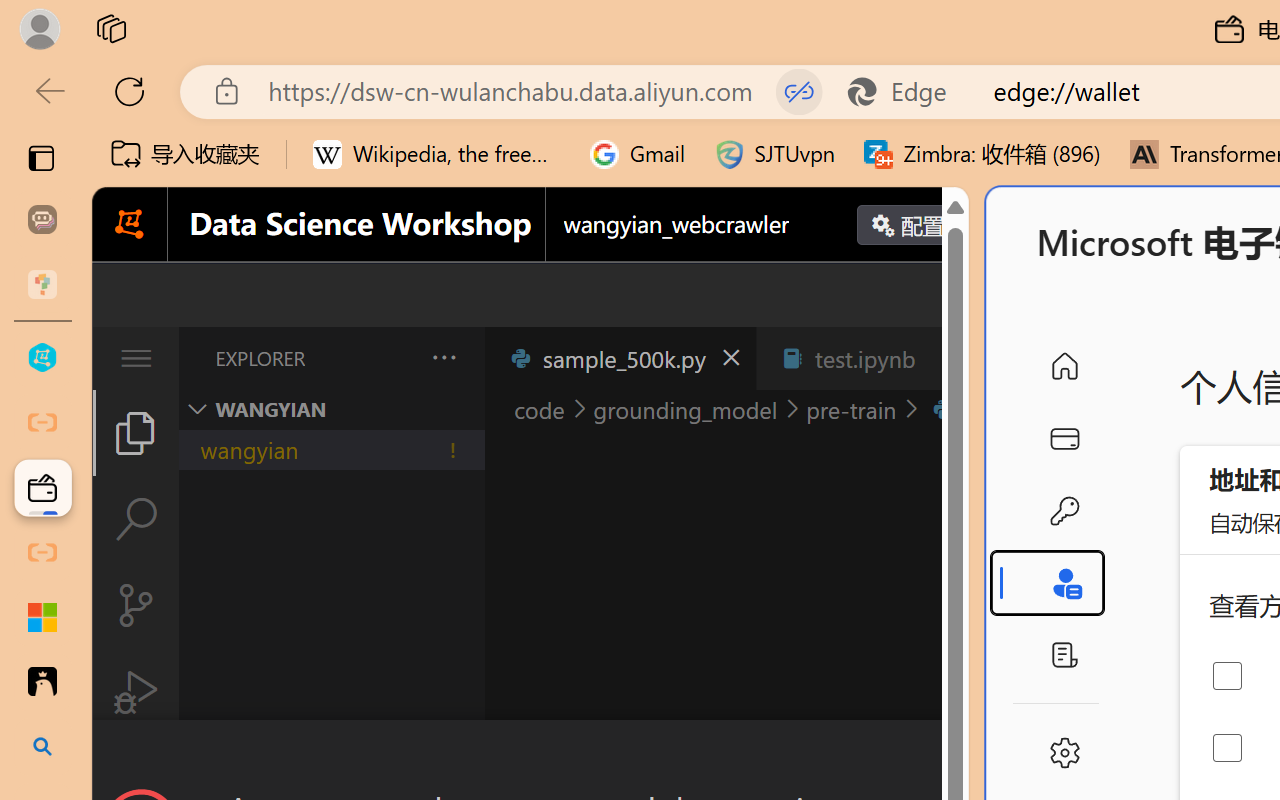  What do you see at coordinates (134, 605) in the screenshot?
I see `'Source Control (Ctrl+Shift+G)'` at bounding box center [134, 605].